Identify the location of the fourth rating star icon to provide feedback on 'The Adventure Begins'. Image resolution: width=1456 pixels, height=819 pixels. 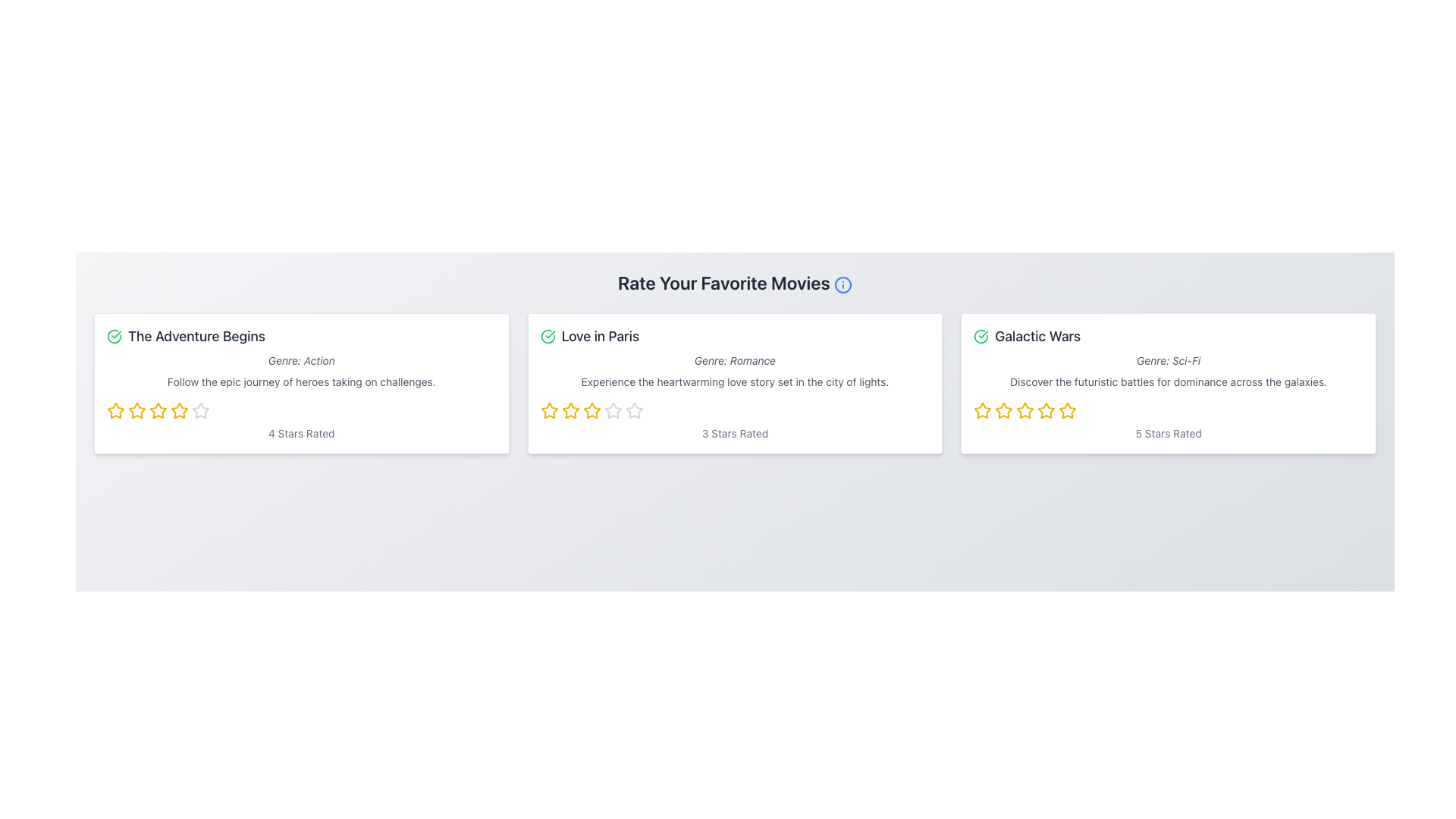
(158, 411).